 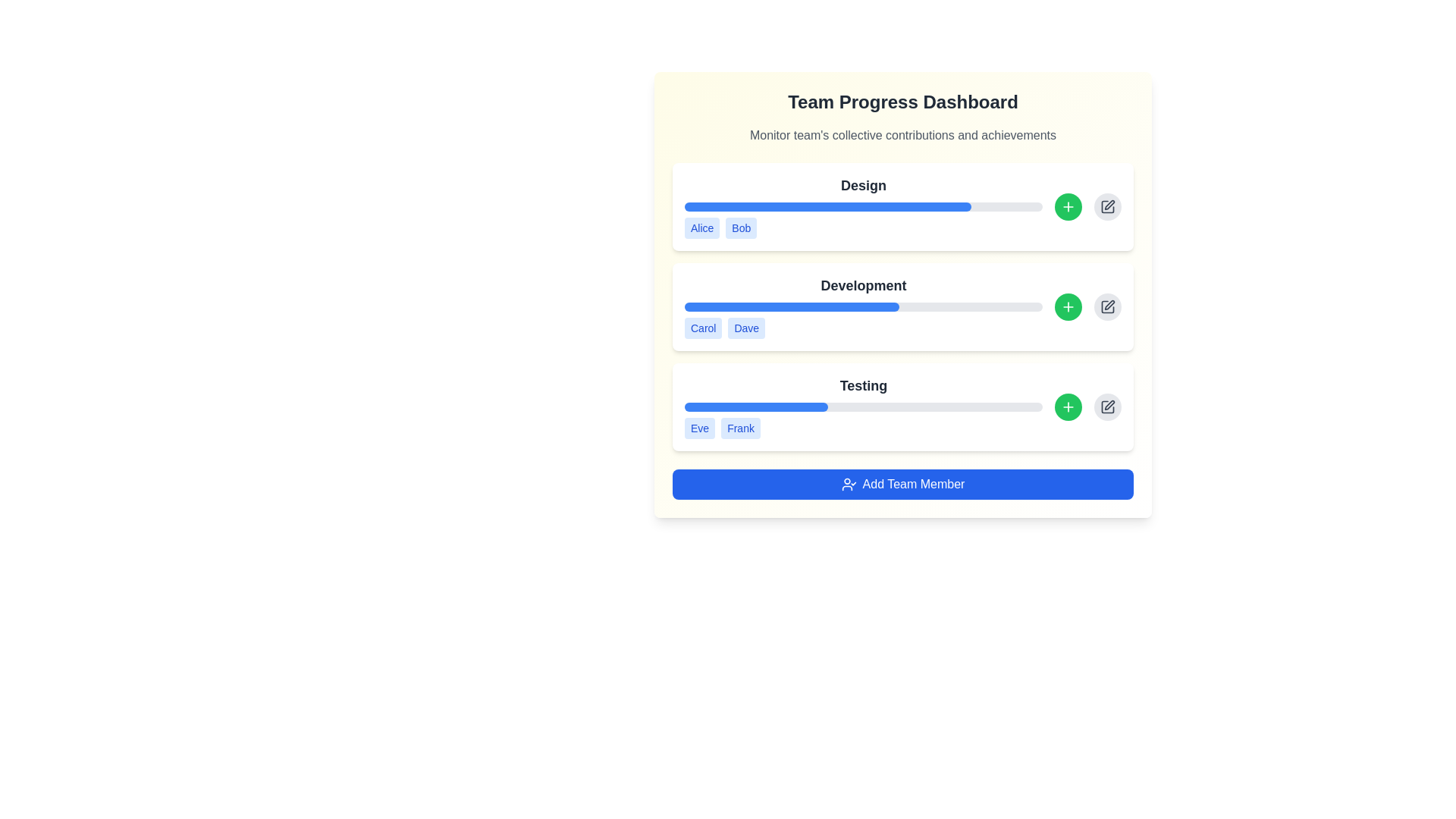 I want to click on the Button Icon located in the 'Development' row of the Team Progress Dashboard, so click(x=1107, y=307).